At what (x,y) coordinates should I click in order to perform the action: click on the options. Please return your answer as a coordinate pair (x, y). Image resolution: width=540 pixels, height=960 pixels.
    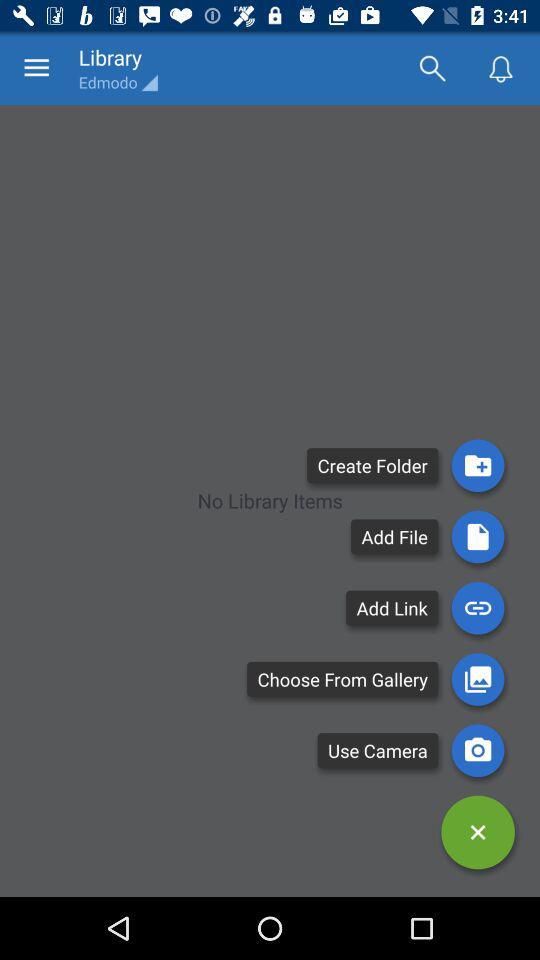
    Looking at the image, I should click on (477, 832).